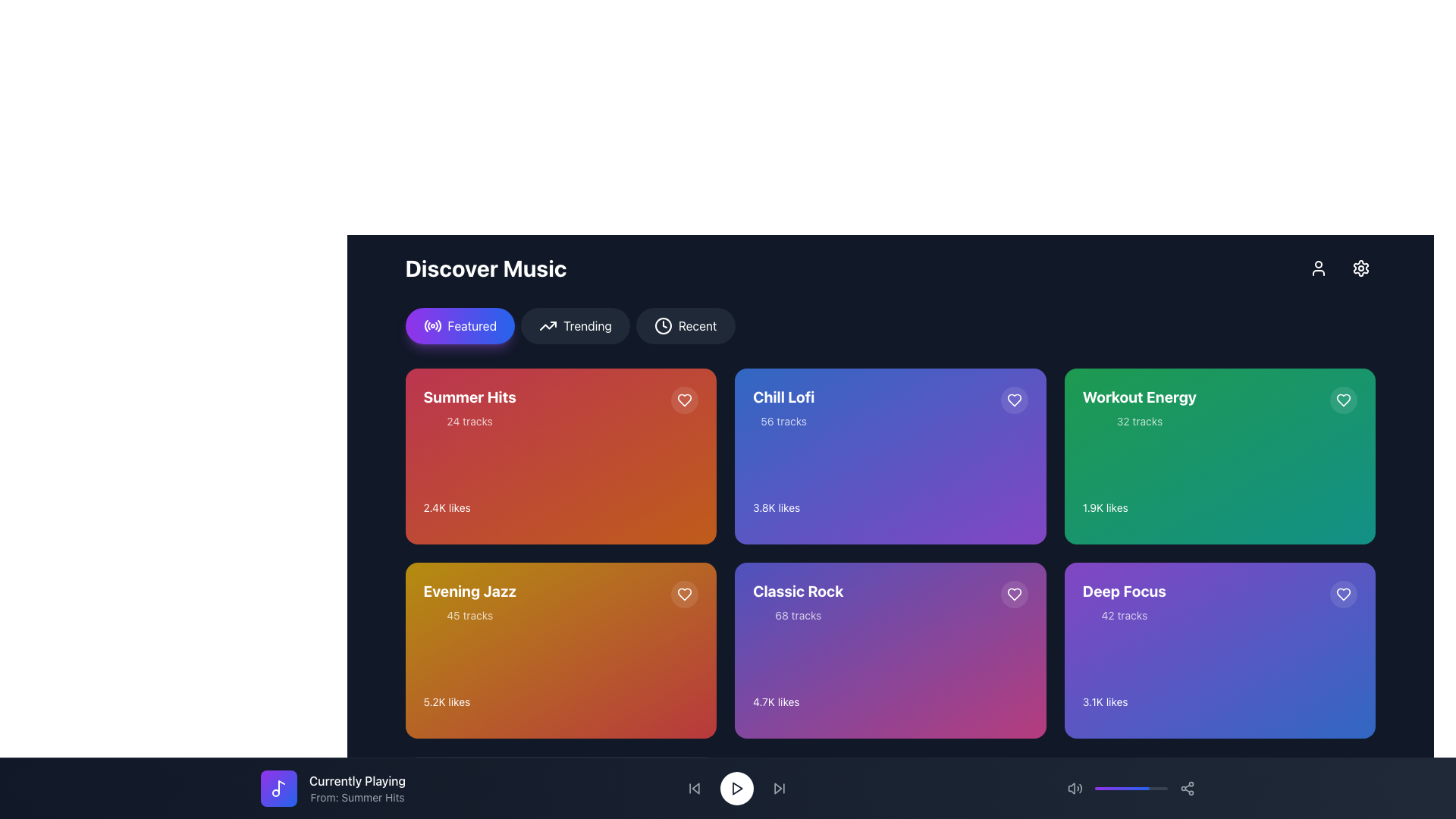 This screenshot has width=1456, height=819. I want to click on the play button with a triangular symbol on the circular background located at the bottom-right corner of the 'Chill Lofi' purple card in the grid layout to play the related playlist, so click(1009, 532).